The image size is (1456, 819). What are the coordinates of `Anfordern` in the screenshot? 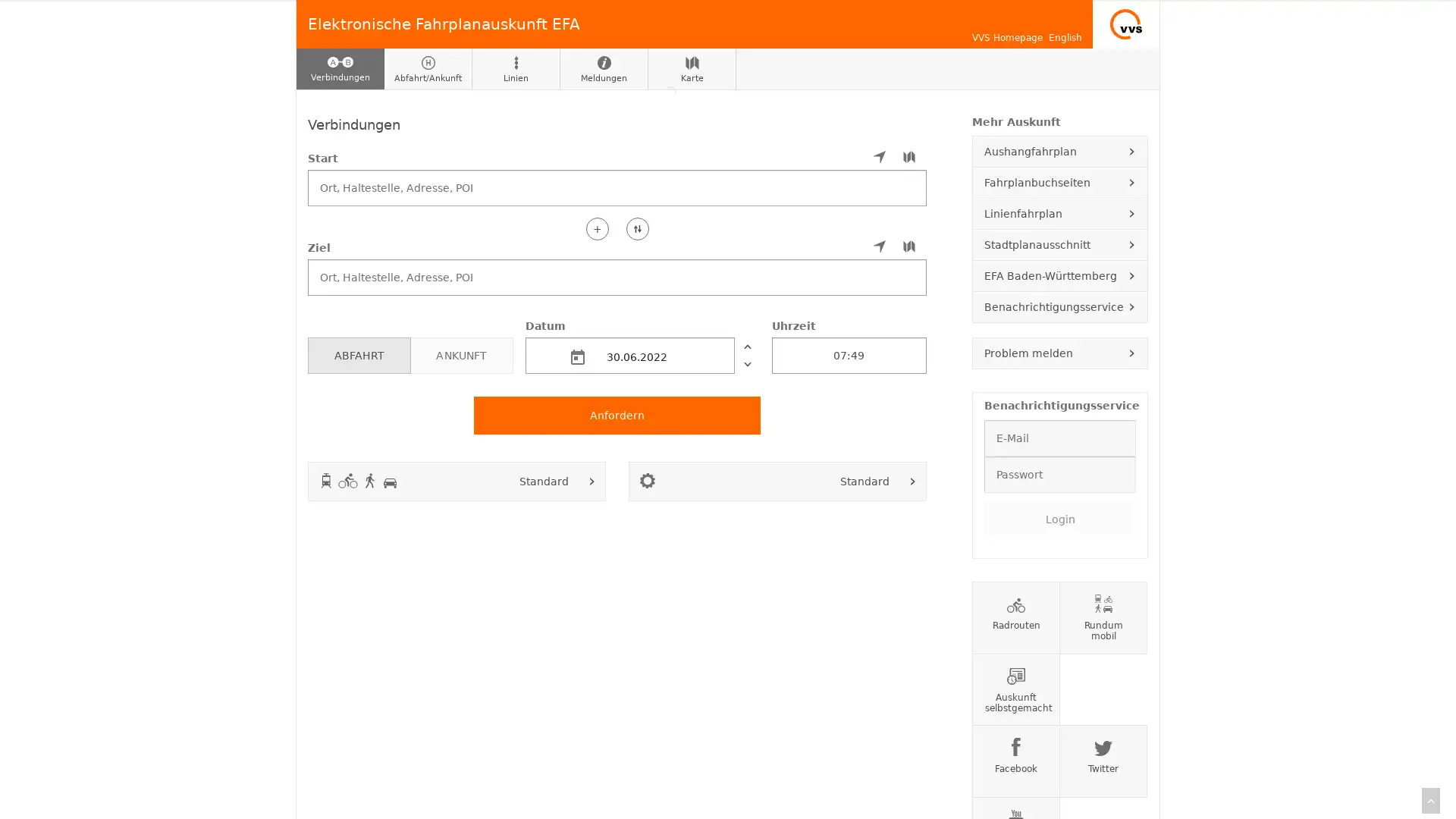 It's located at (617, 415).